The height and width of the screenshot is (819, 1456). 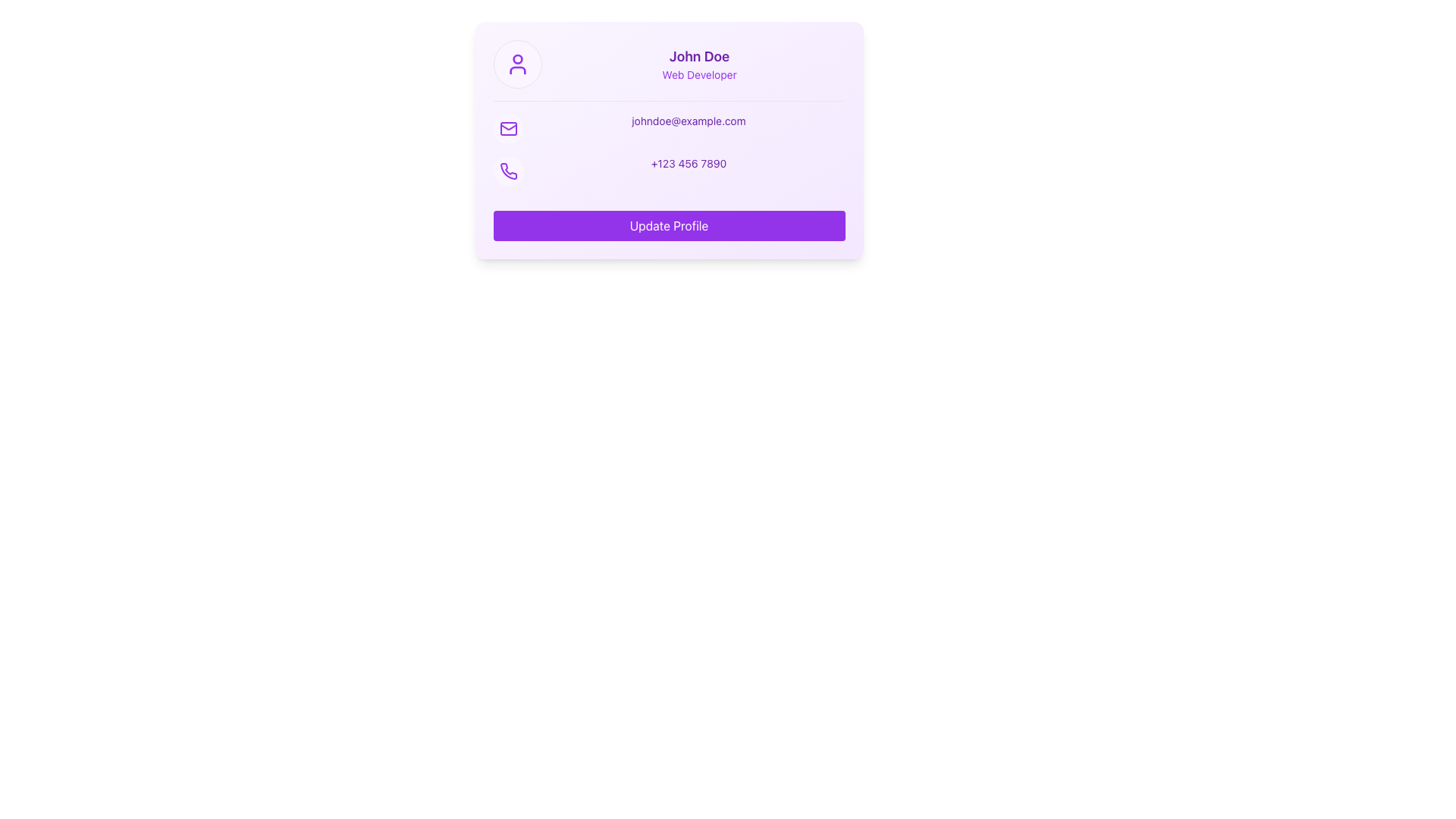 I want to click on the contact icon with a circular purple background located in the contact information section of the profile card, so click(x=508, y=171).